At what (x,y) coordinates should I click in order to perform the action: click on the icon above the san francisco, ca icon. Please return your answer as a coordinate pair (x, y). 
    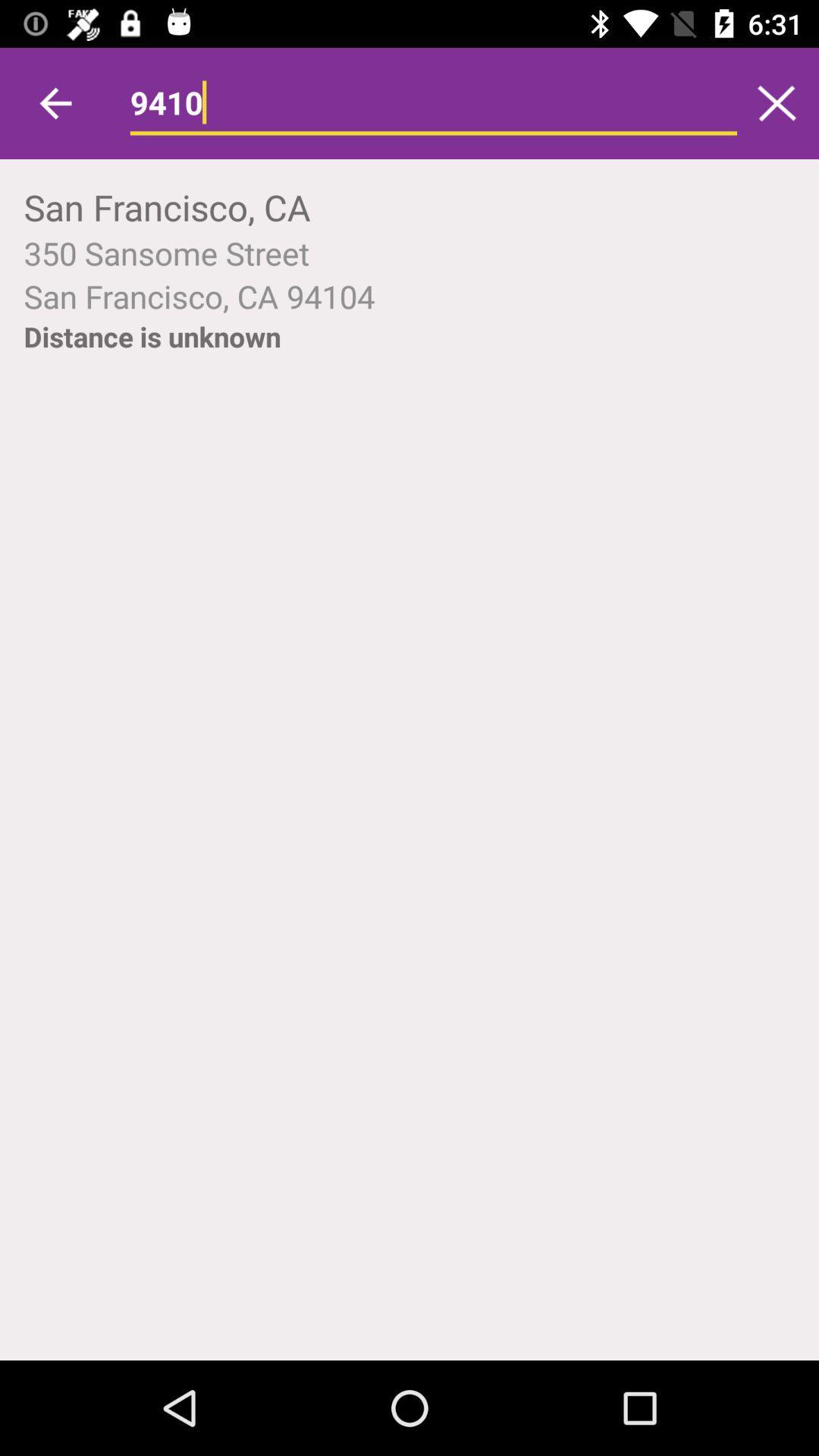
    Looking at the image, I should click on (433, 102).